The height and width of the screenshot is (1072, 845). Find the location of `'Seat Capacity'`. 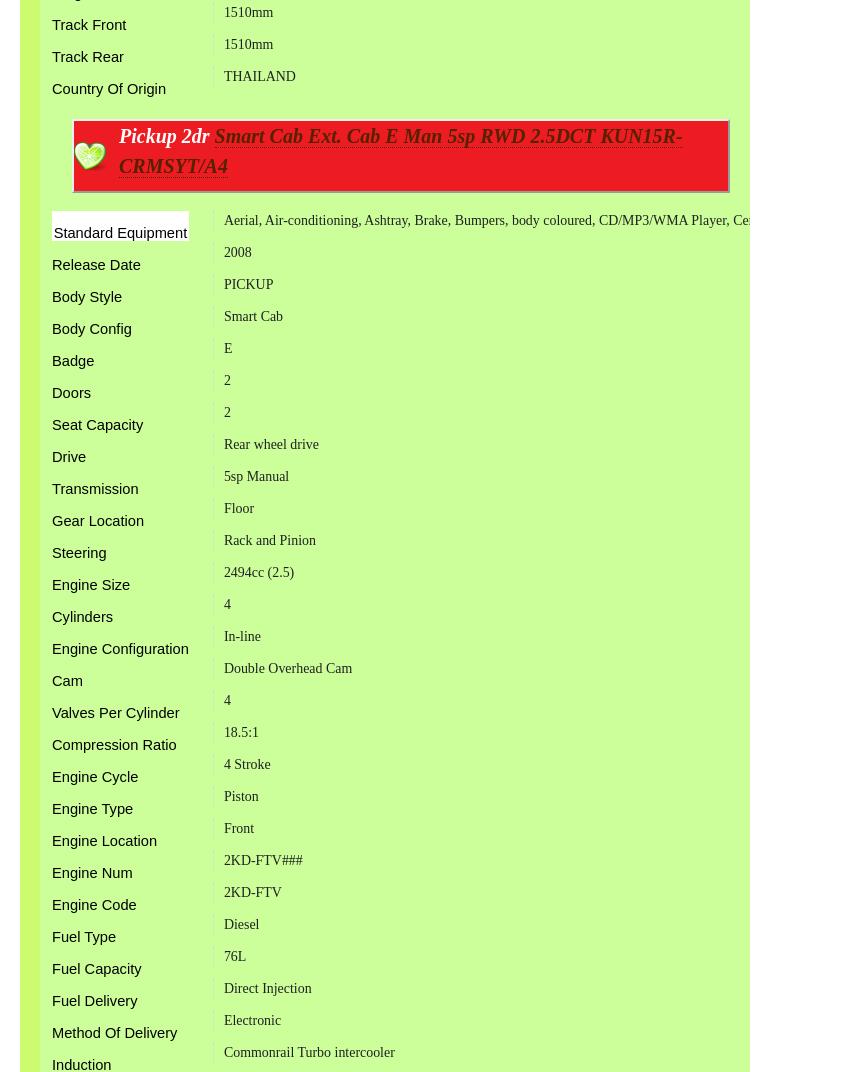

'Seat Capacity' is located at coordinates (50, 424).